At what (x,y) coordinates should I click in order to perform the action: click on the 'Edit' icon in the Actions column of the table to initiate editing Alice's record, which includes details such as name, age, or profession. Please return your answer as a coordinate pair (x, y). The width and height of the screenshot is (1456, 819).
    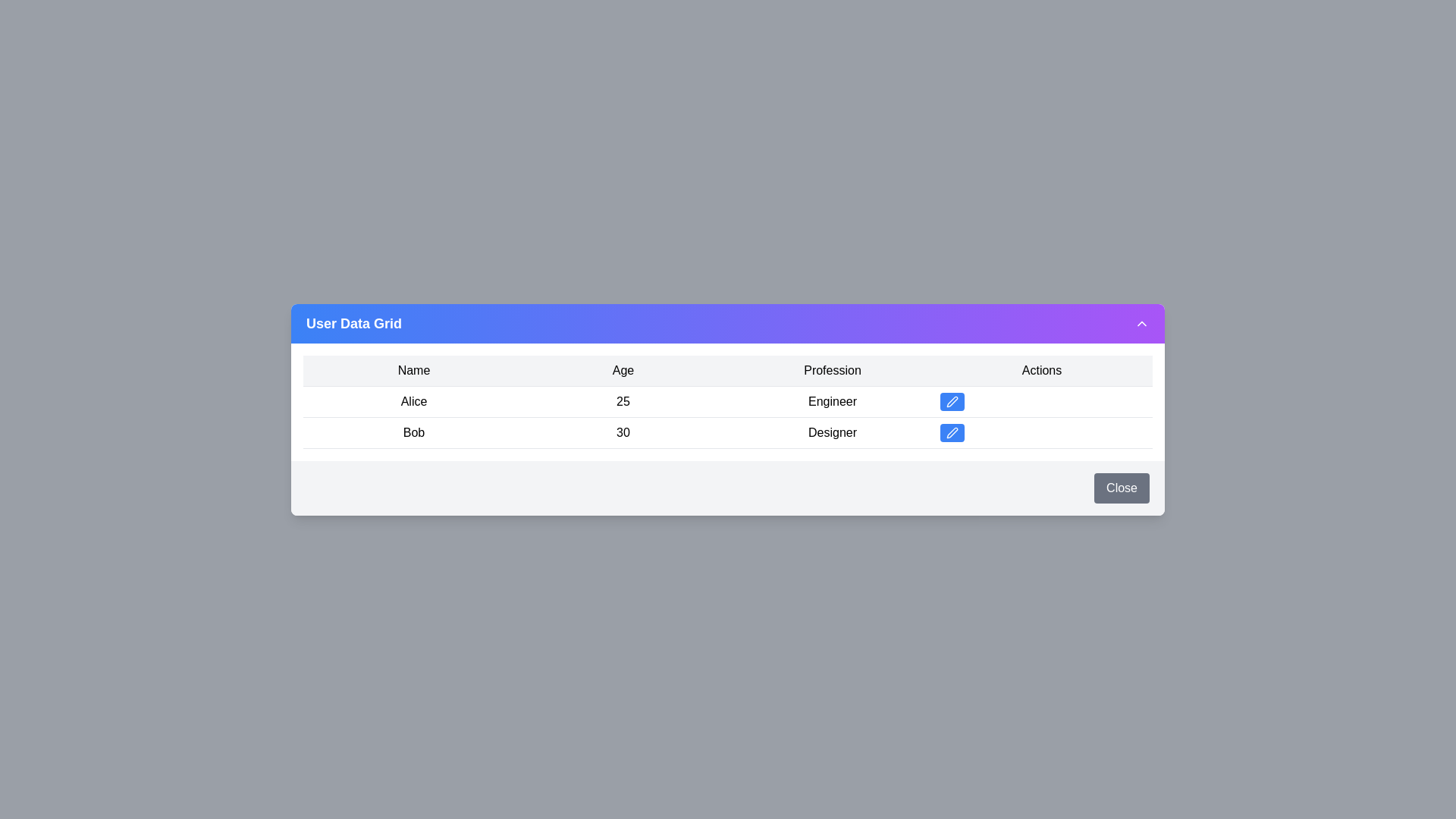
    Looking at the image, I should click on (952, 400).